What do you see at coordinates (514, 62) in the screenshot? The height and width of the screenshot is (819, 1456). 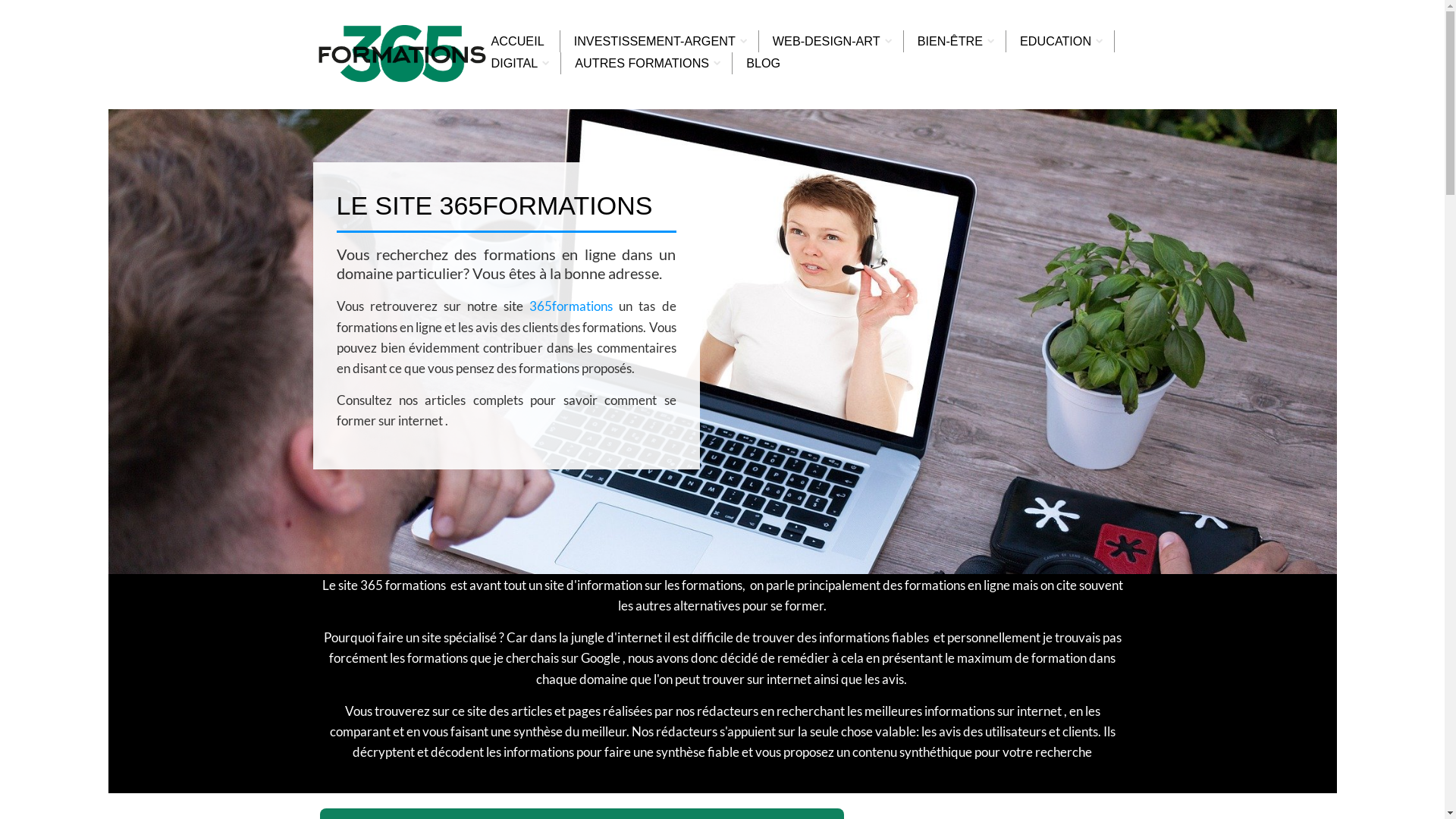 I see `'DIGITAL'` at bounding box center [514, 62].